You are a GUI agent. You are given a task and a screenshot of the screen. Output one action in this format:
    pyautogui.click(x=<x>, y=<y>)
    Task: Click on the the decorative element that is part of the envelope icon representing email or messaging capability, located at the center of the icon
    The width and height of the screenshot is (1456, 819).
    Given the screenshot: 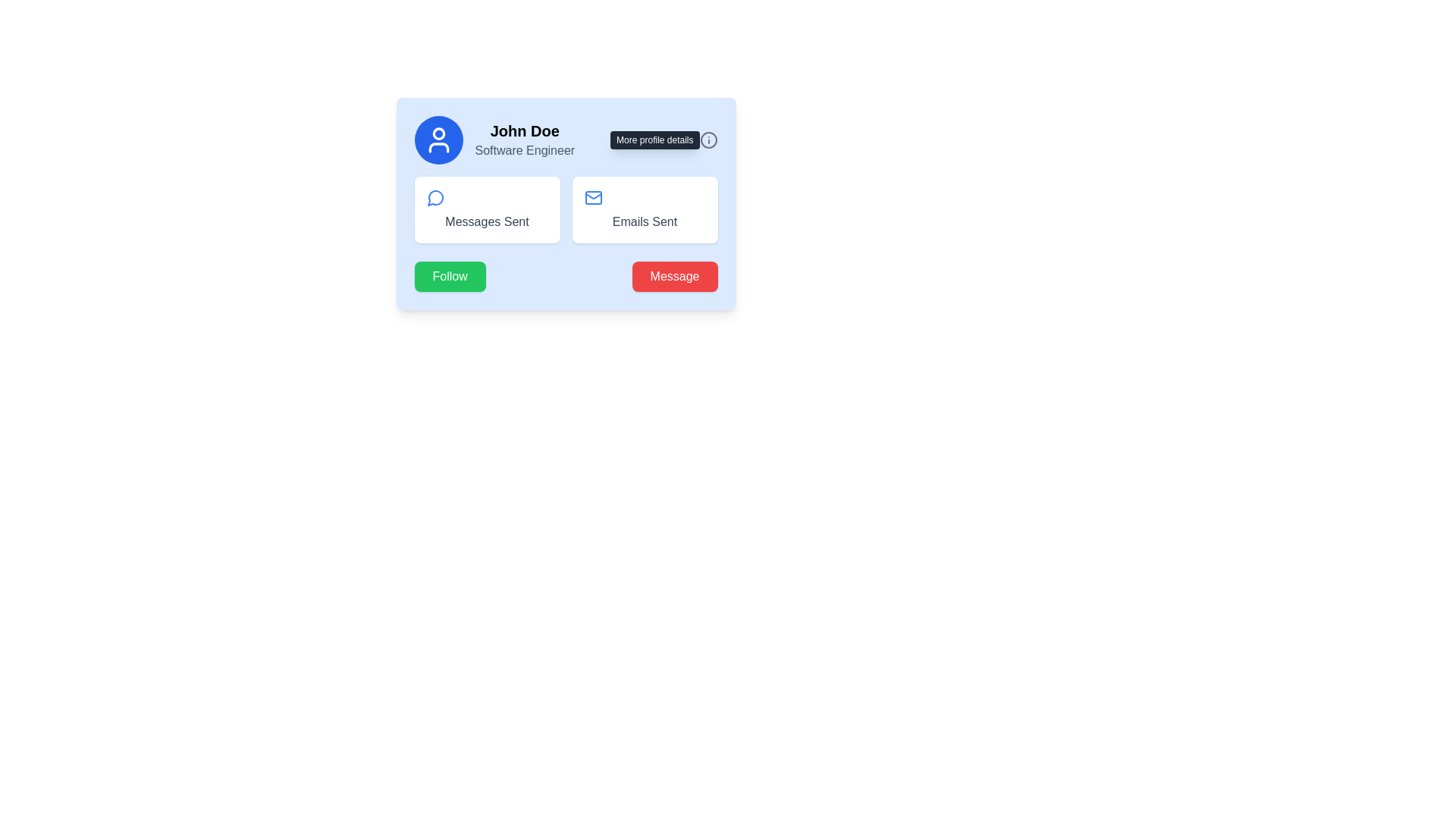 What is the action you would take?
    pyautogui.click(x=592, y=197)
    